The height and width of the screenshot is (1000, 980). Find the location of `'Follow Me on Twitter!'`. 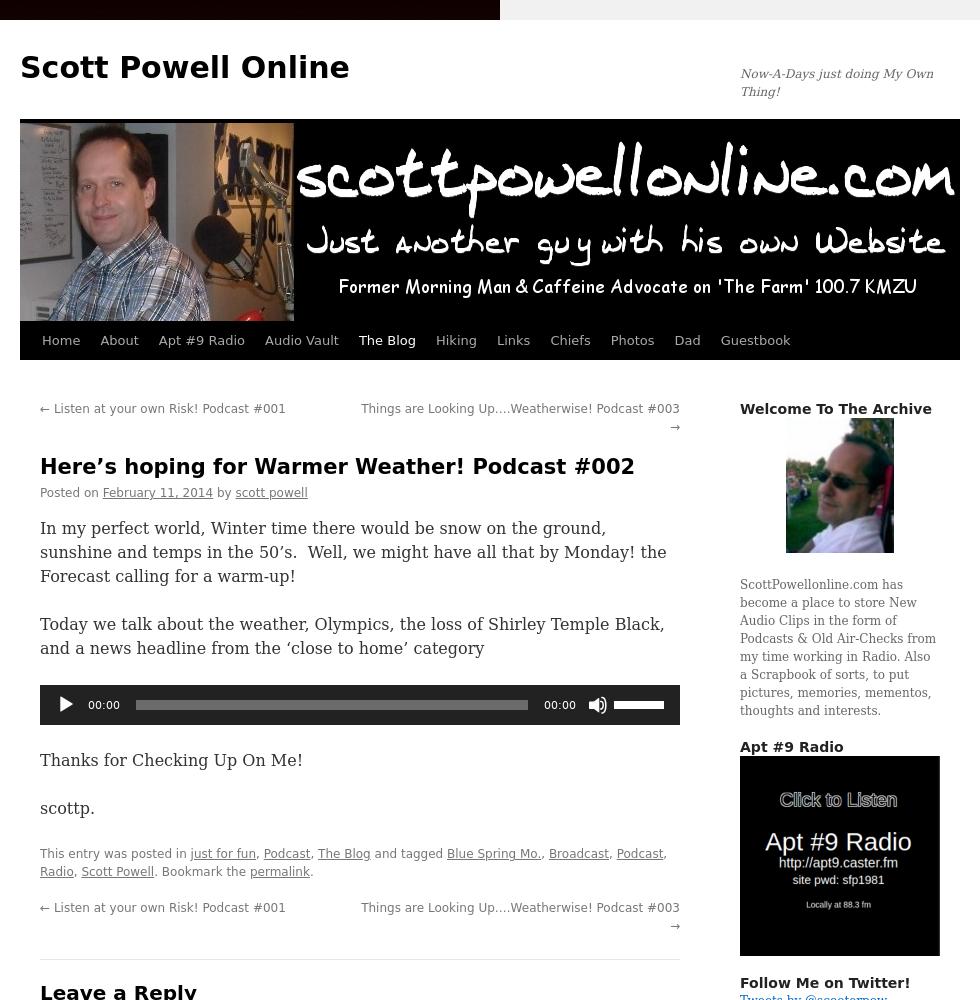

'Follow Me on Twitter!' is located at coordinates (824, 982).